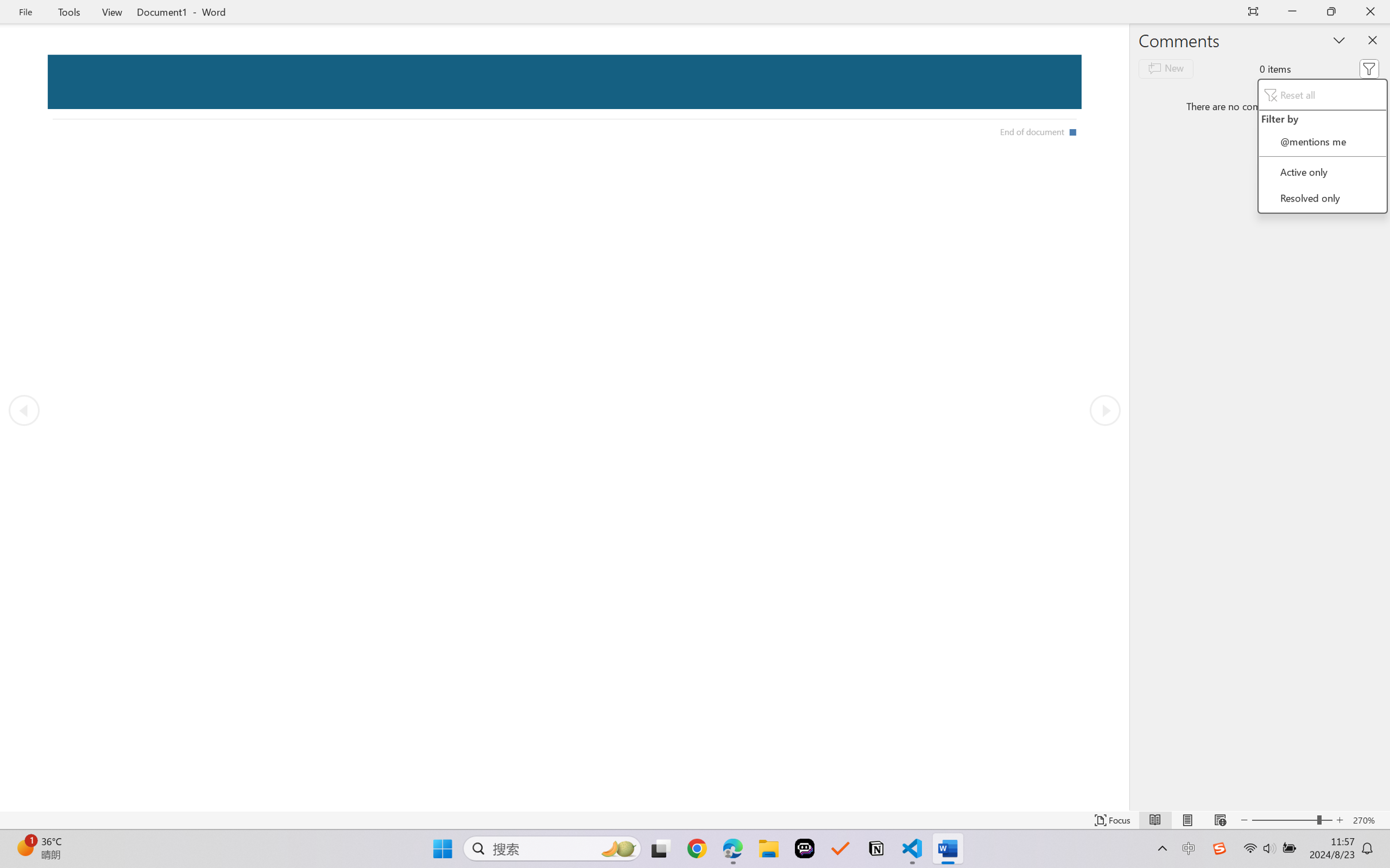 The height and width of the screenshot is (868, 1390). I want to click on 'Active only', so click(1322, 171).